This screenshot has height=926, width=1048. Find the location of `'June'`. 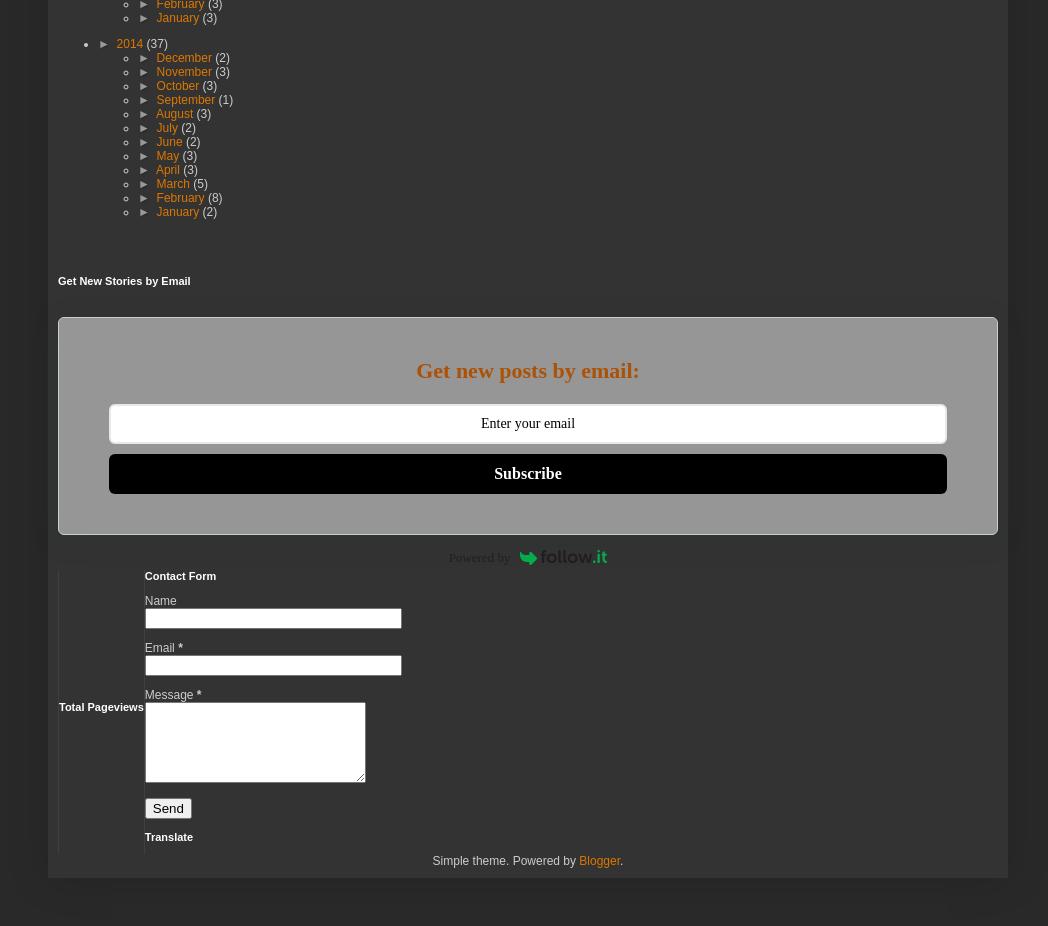

'June' is located at coordinates (156, 140).